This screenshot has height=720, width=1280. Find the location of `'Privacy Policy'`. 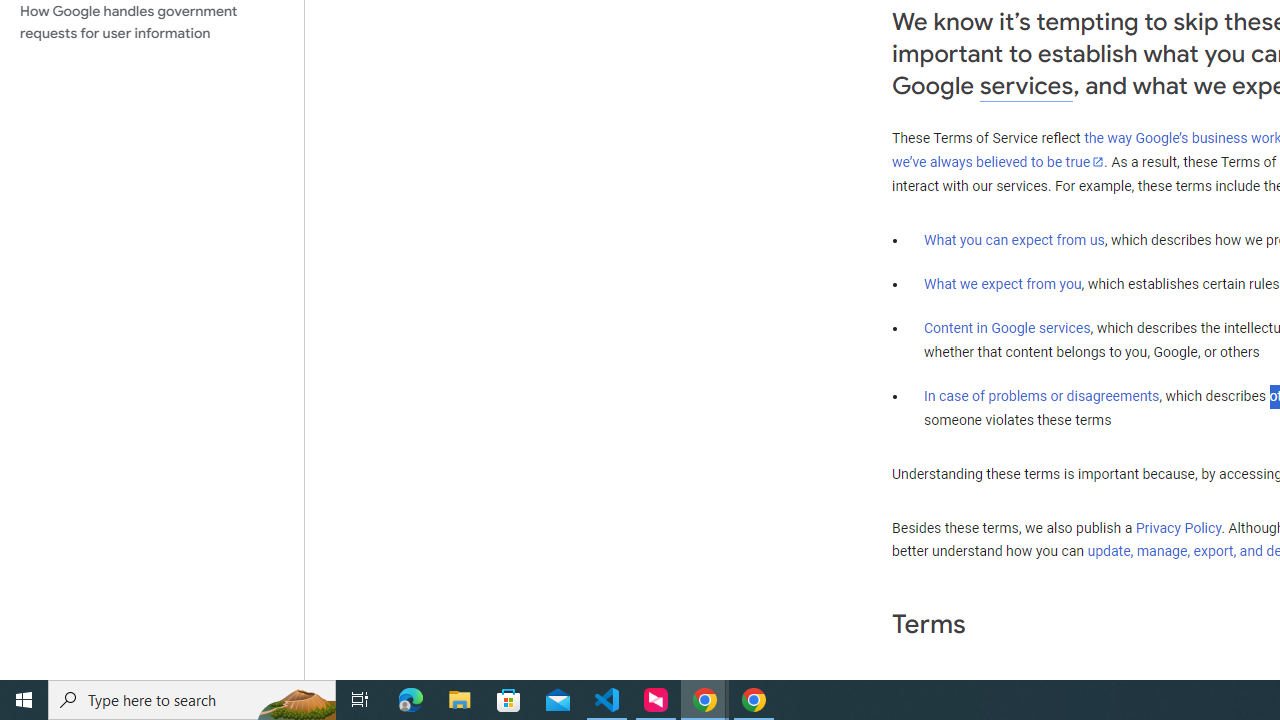

'Privacy Policy' is located at coordinates (1178, 527).